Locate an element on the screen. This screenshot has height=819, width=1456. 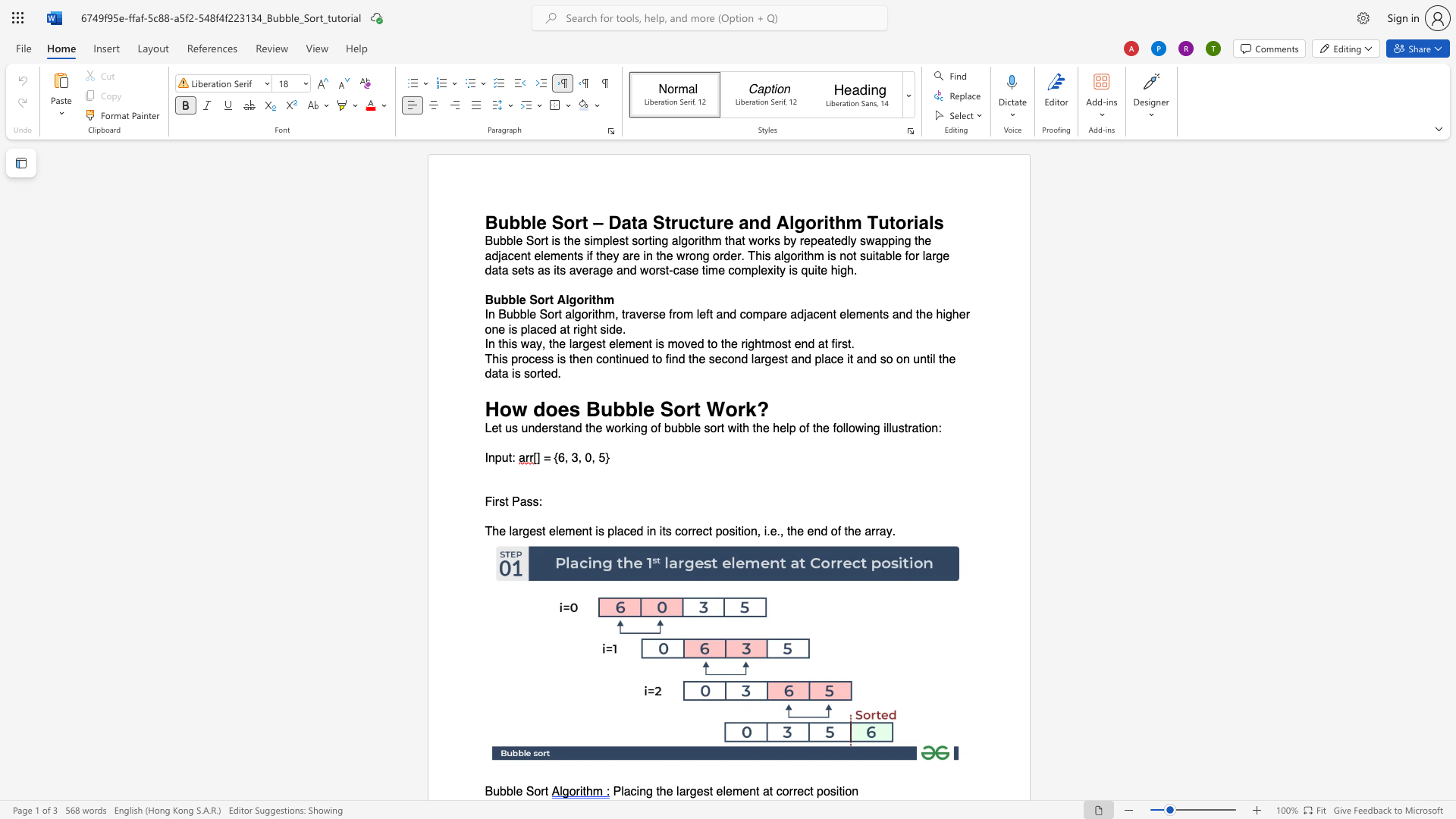
the 2th character "S" in the text is located at coordinates (658, 222).